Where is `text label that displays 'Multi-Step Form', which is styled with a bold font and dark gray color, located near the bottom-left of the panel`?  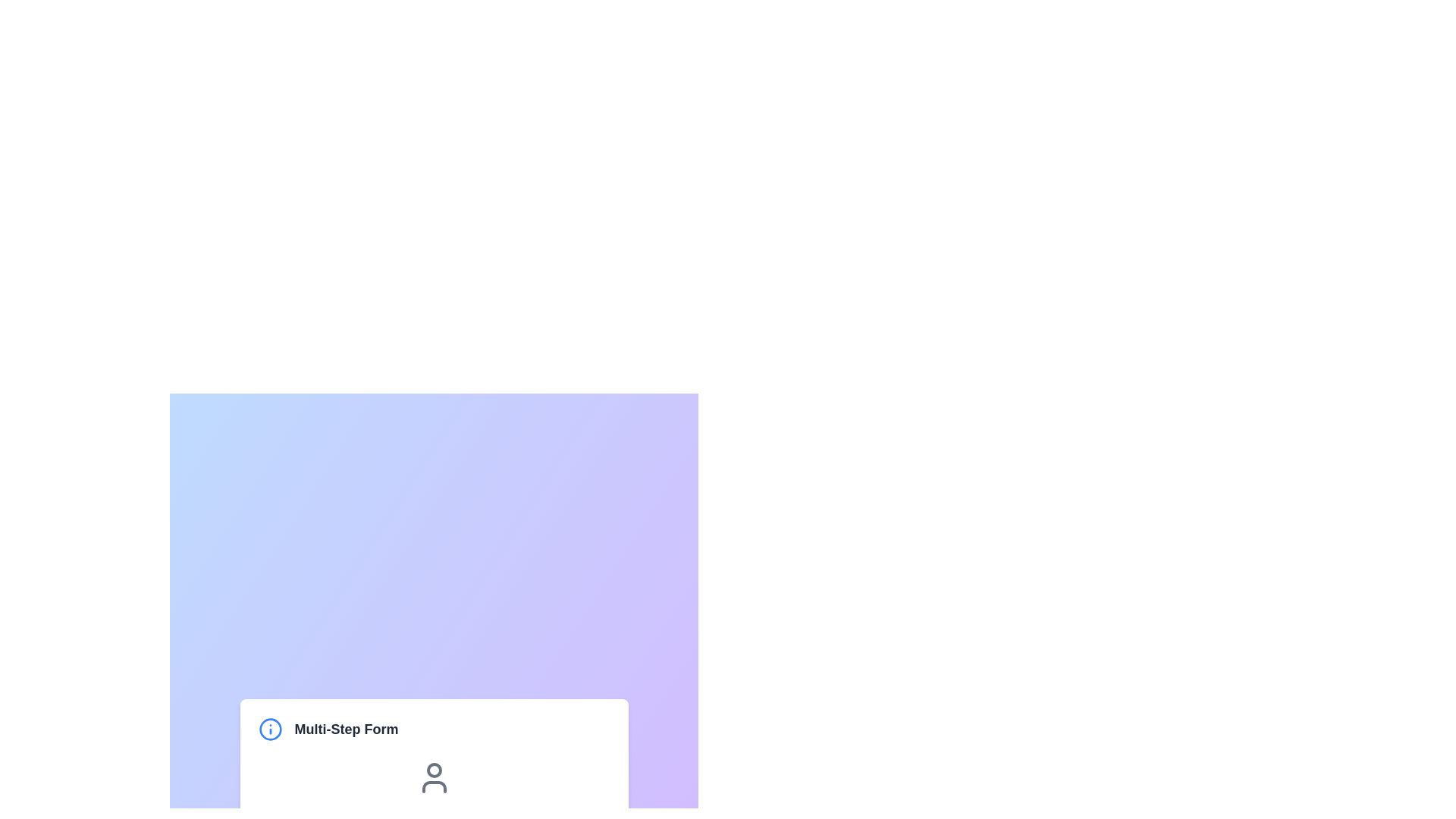 text label that displays 'Multi-Step Form', which is styled with a bold font and dark gray color, located near the bottom-left of the panel is located at coordinates (345, 728).